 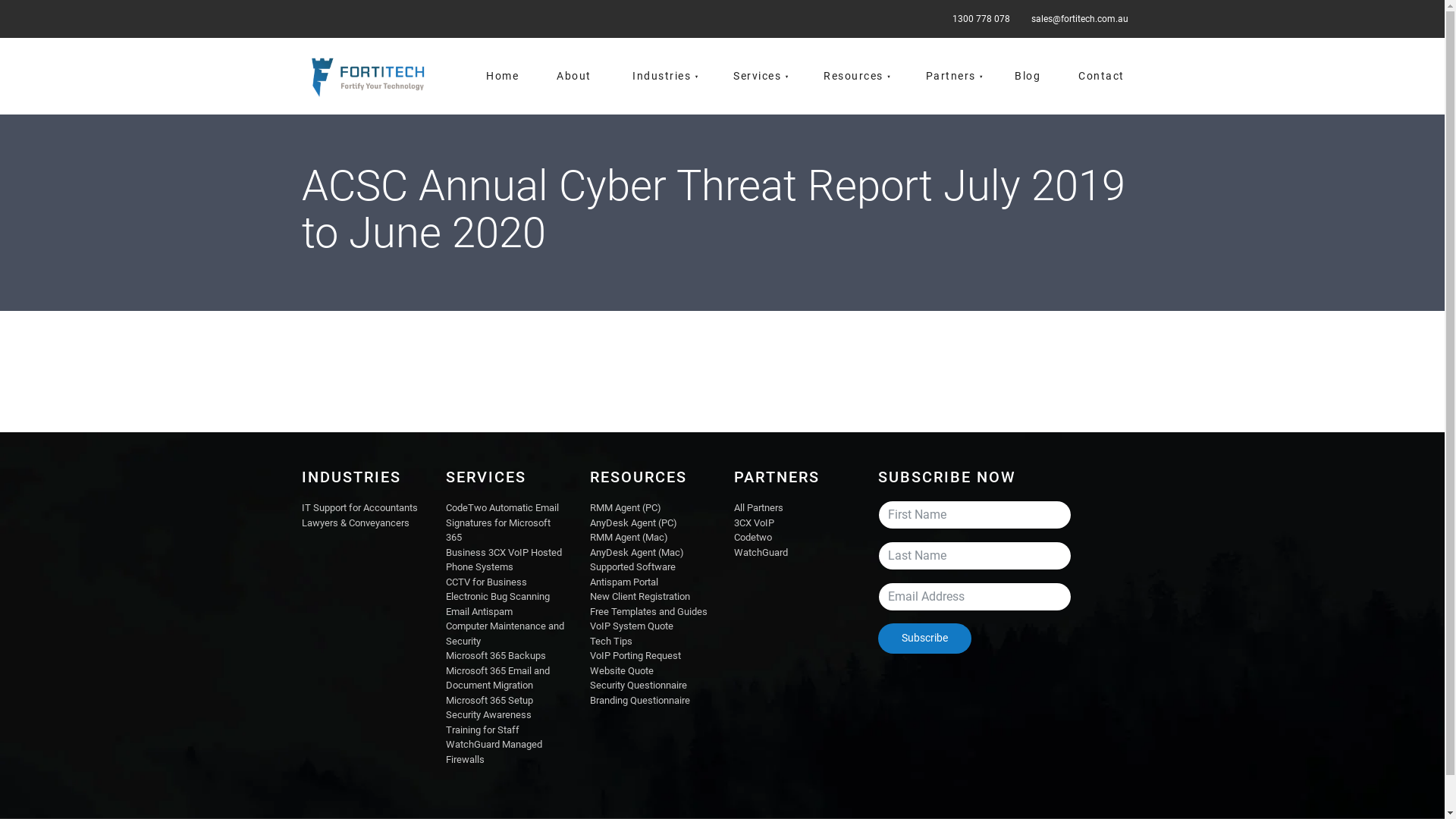 What do you see at coordinates (632, 566) in the screenshot?
I see `'Supported Software'` at bounding box center [632, 566].